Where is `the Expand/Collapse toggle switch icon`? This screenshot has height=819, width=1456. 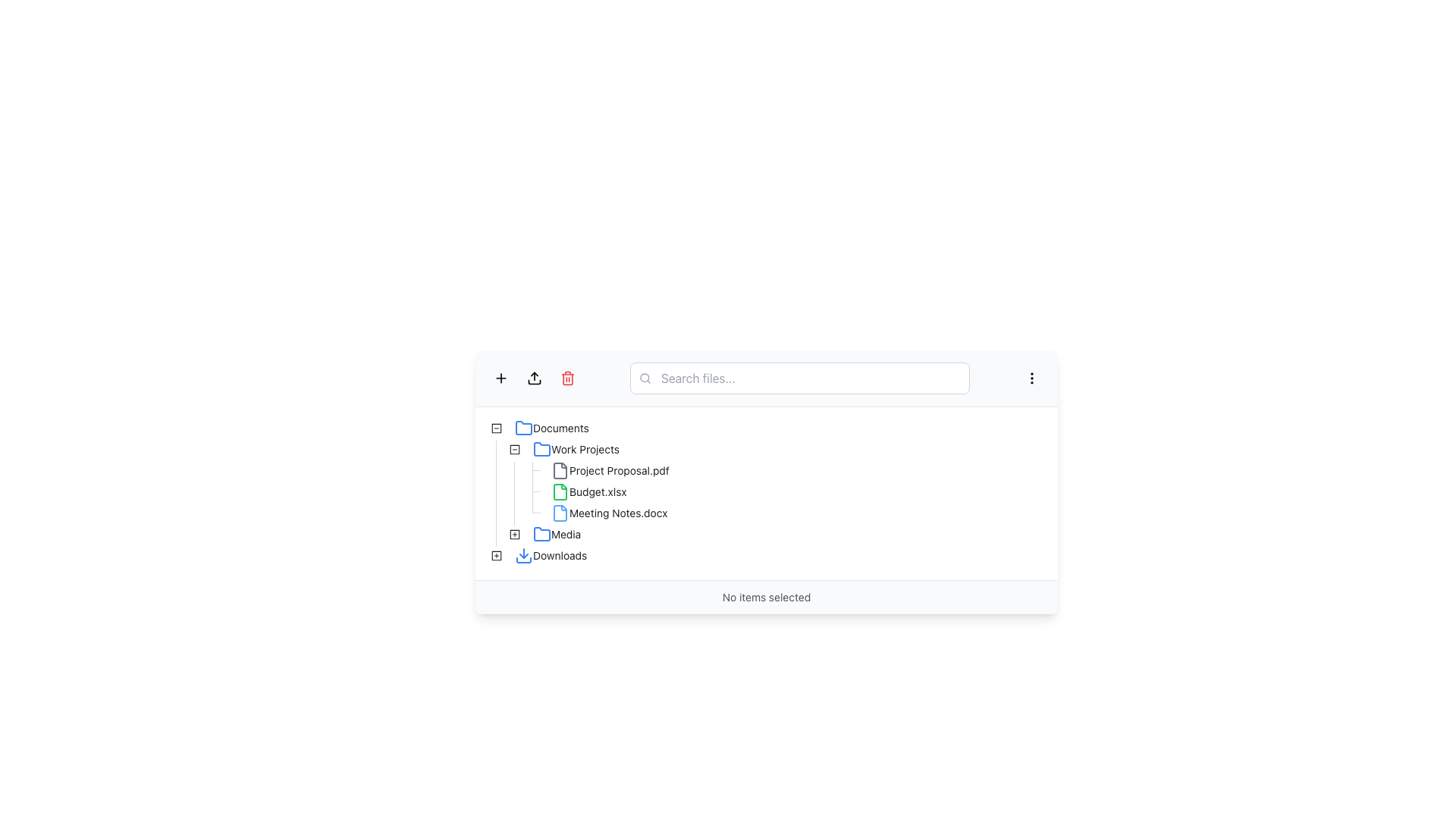 the Expand/Collapse toggle switch icon is located at coordinates (514, 534).